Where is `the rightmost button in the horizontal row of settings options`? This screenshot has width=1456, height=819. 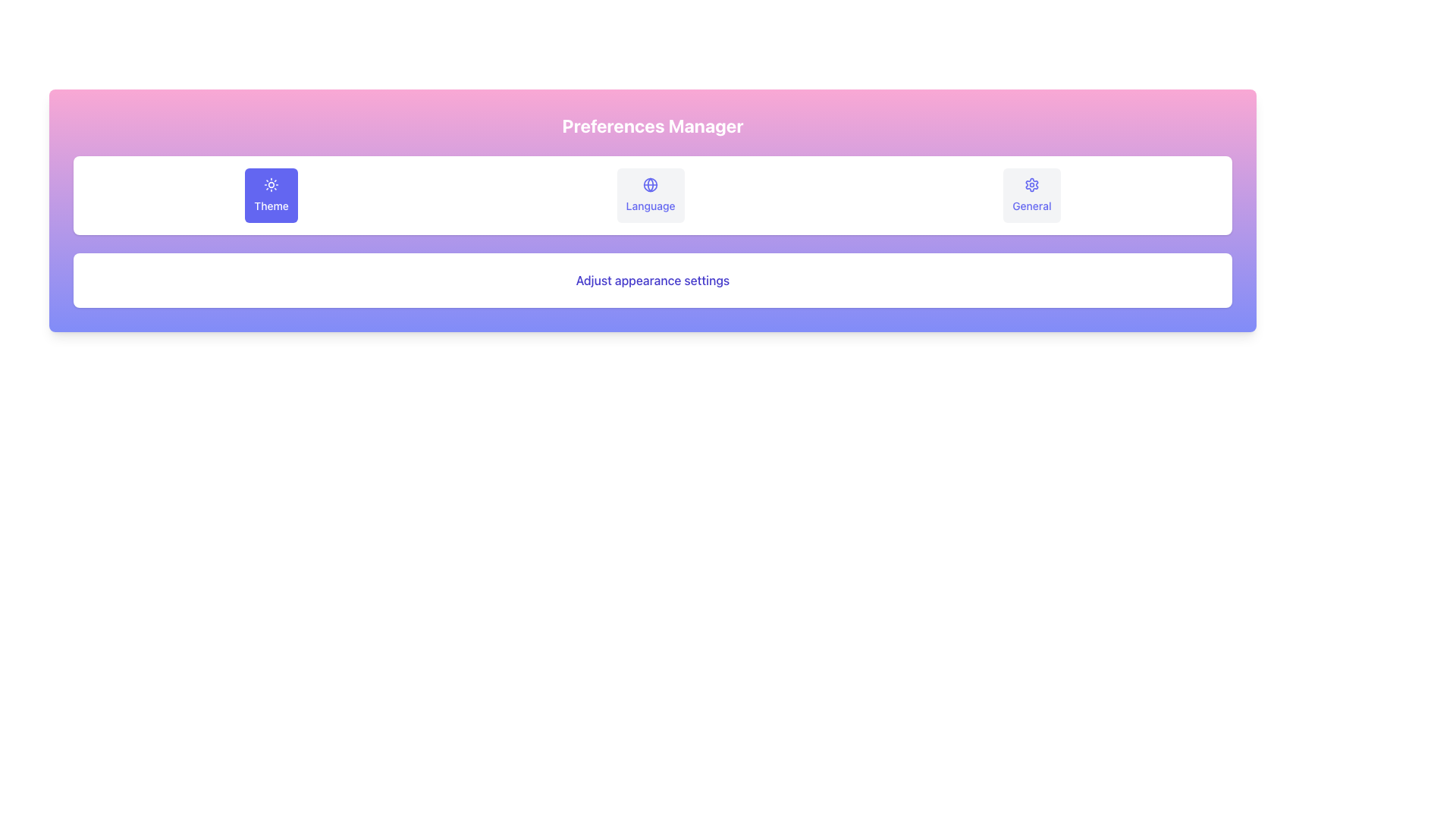 the rightmost button in the horizontal row of settings options is located at coordinates (1031, 195).